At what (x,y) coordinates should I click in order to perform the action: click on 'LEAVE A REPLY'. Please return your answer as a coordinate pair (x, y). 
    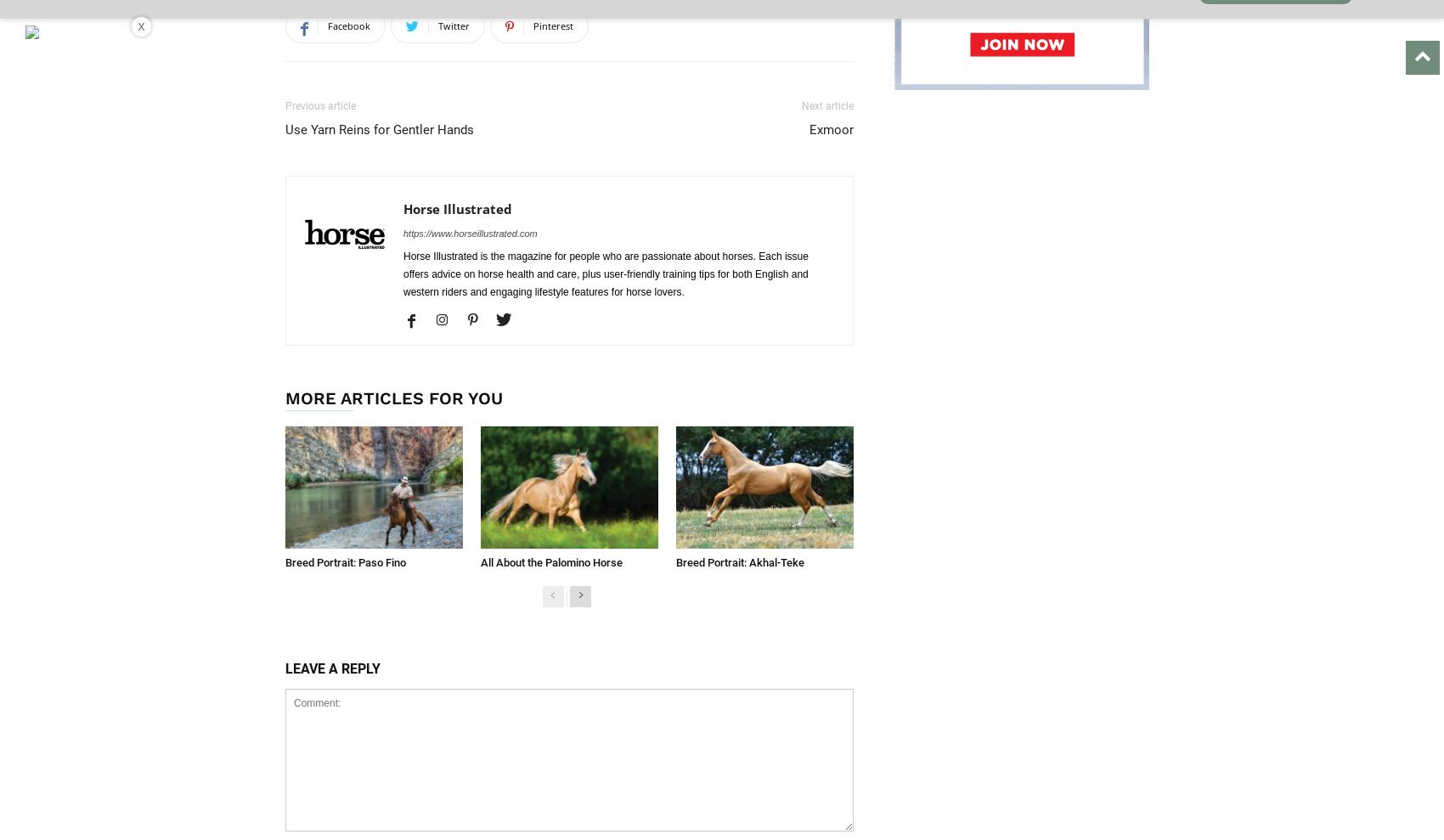
    Looking at the image, I should click on (332, 668).